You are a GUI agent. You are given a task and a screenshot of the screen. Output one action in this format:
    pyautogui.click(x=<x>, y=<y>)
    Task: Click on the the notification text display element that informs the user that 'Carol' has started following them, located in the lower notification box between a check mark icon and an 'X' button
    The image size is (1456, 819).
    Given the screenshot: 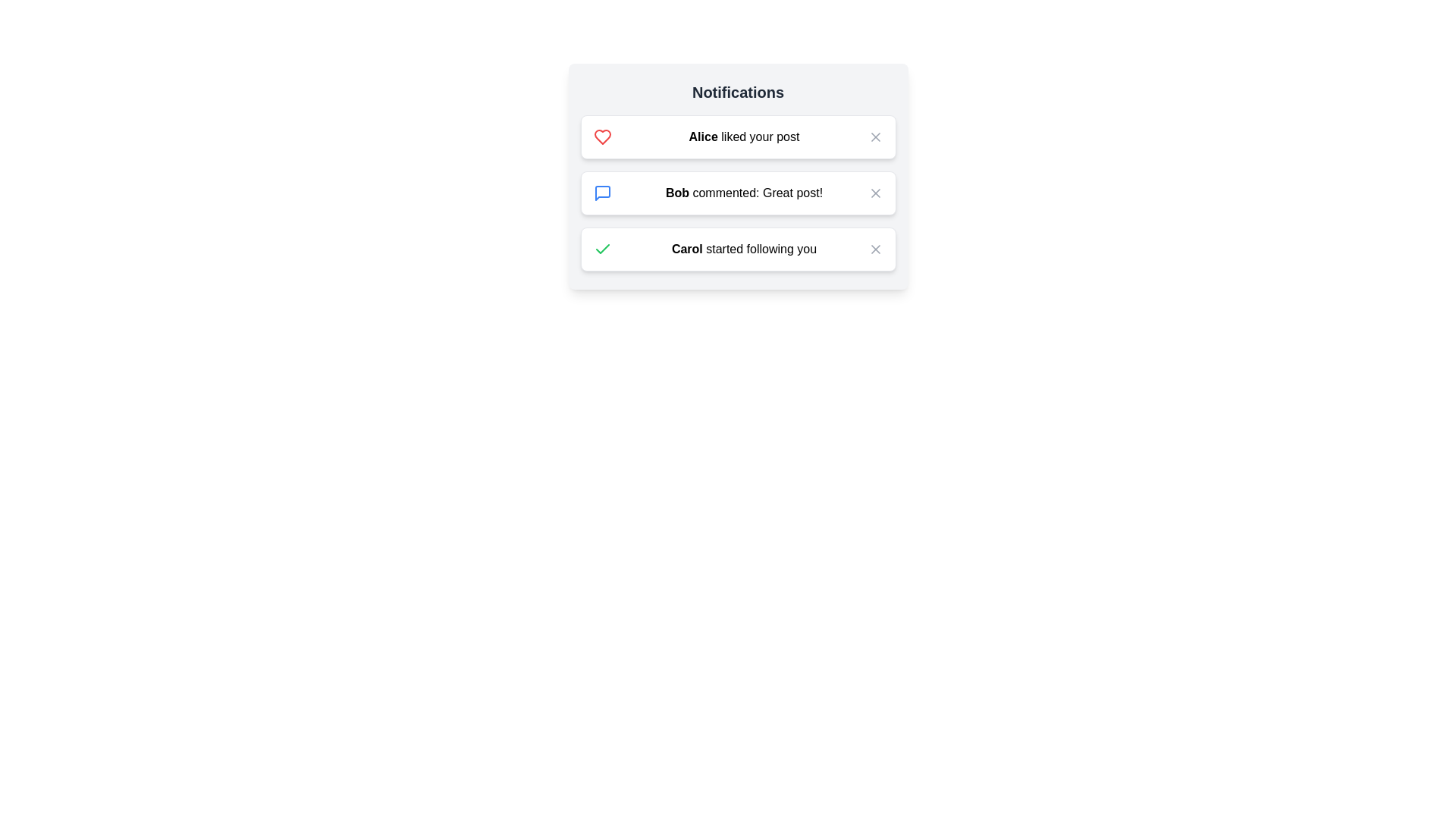 What is the action you would take?
    pyautogui.click(x=744, y=248)
    